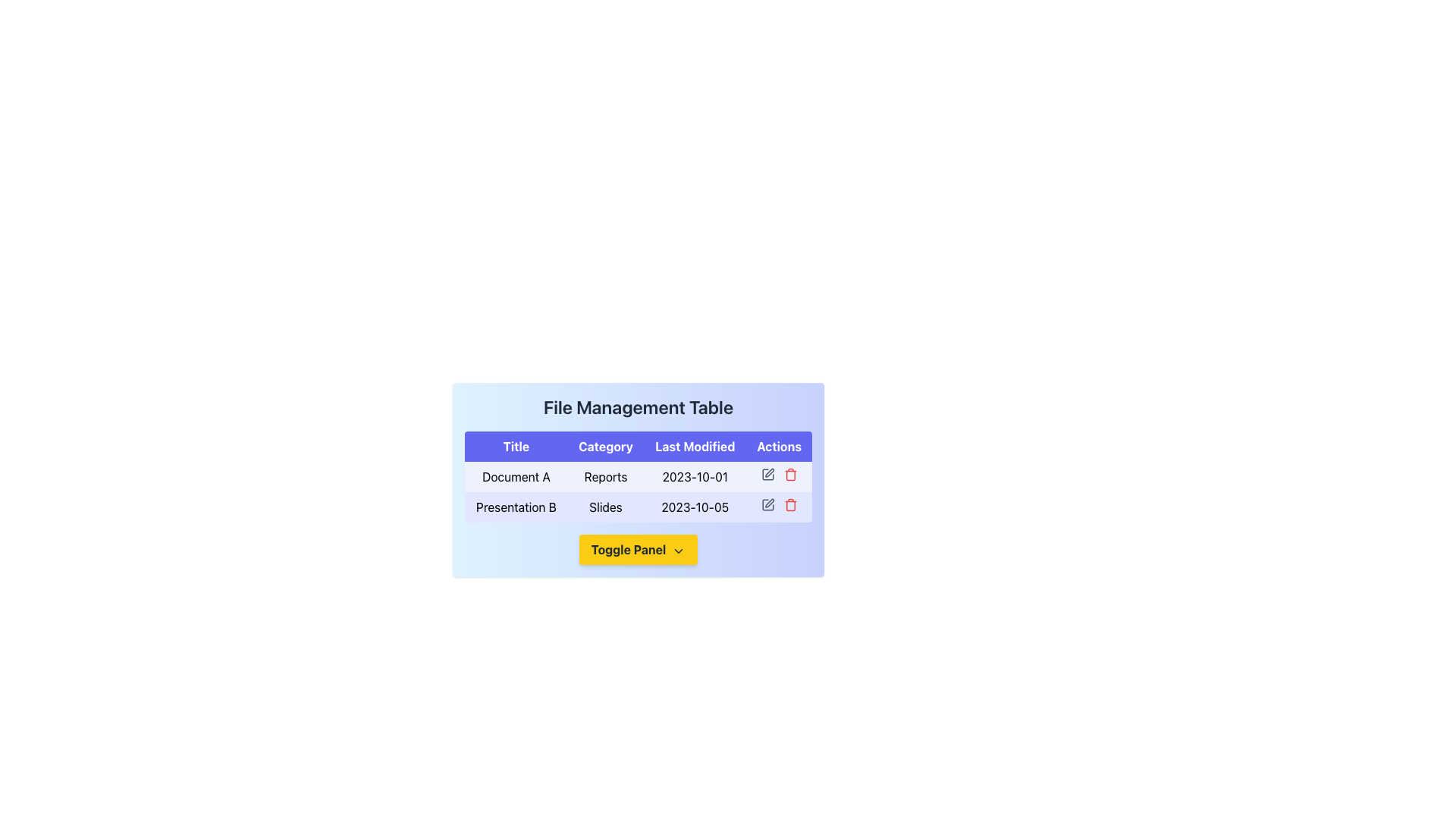 The image size is (1456, 819). Describe the element at coordinates (516, 507) in the screenshot. I see `the text label displaying 'Presentation B', which is centrally aligned within its cell in the second row of the table under the column labeled 'Title'` at that location.